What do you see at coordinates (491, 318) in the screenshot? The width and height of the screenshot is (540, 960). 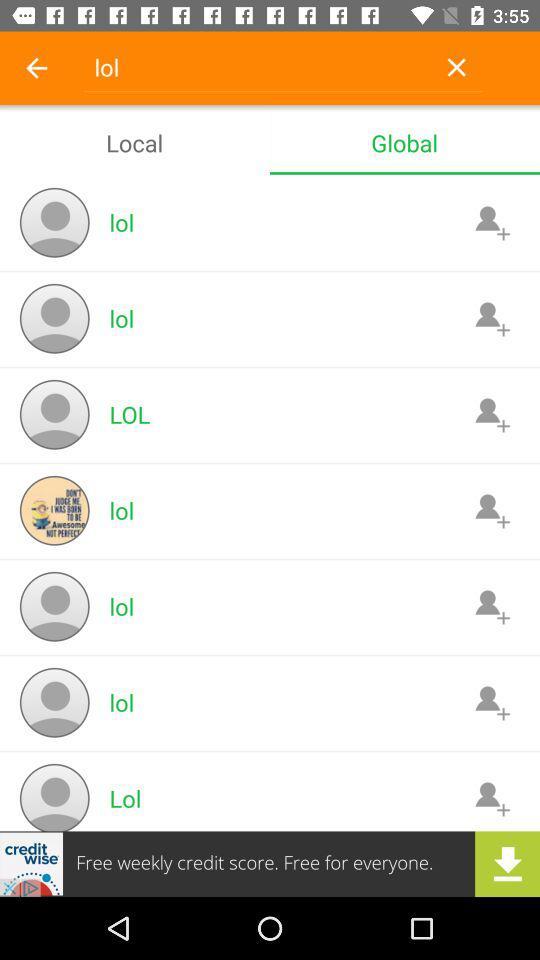 I see `contect button` at bounding box center [491, 318].